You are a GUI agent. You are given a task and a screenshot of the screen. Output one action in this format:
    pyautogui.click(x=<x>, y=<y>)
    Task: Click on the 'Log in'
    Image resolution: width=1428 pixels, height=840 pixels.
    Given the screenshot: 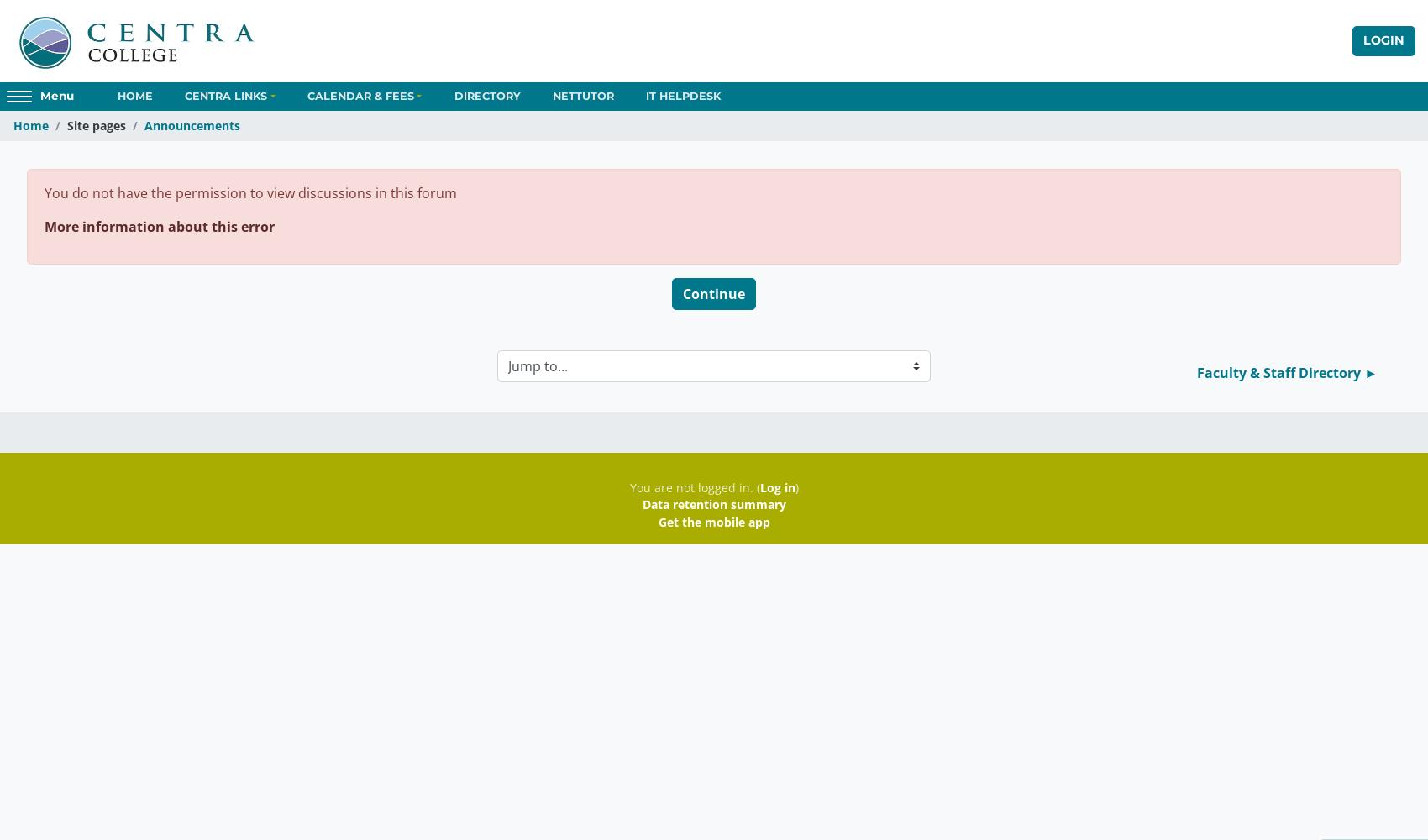 What is the action you would take?
    pyautogui.click(x=776, y=486)
    